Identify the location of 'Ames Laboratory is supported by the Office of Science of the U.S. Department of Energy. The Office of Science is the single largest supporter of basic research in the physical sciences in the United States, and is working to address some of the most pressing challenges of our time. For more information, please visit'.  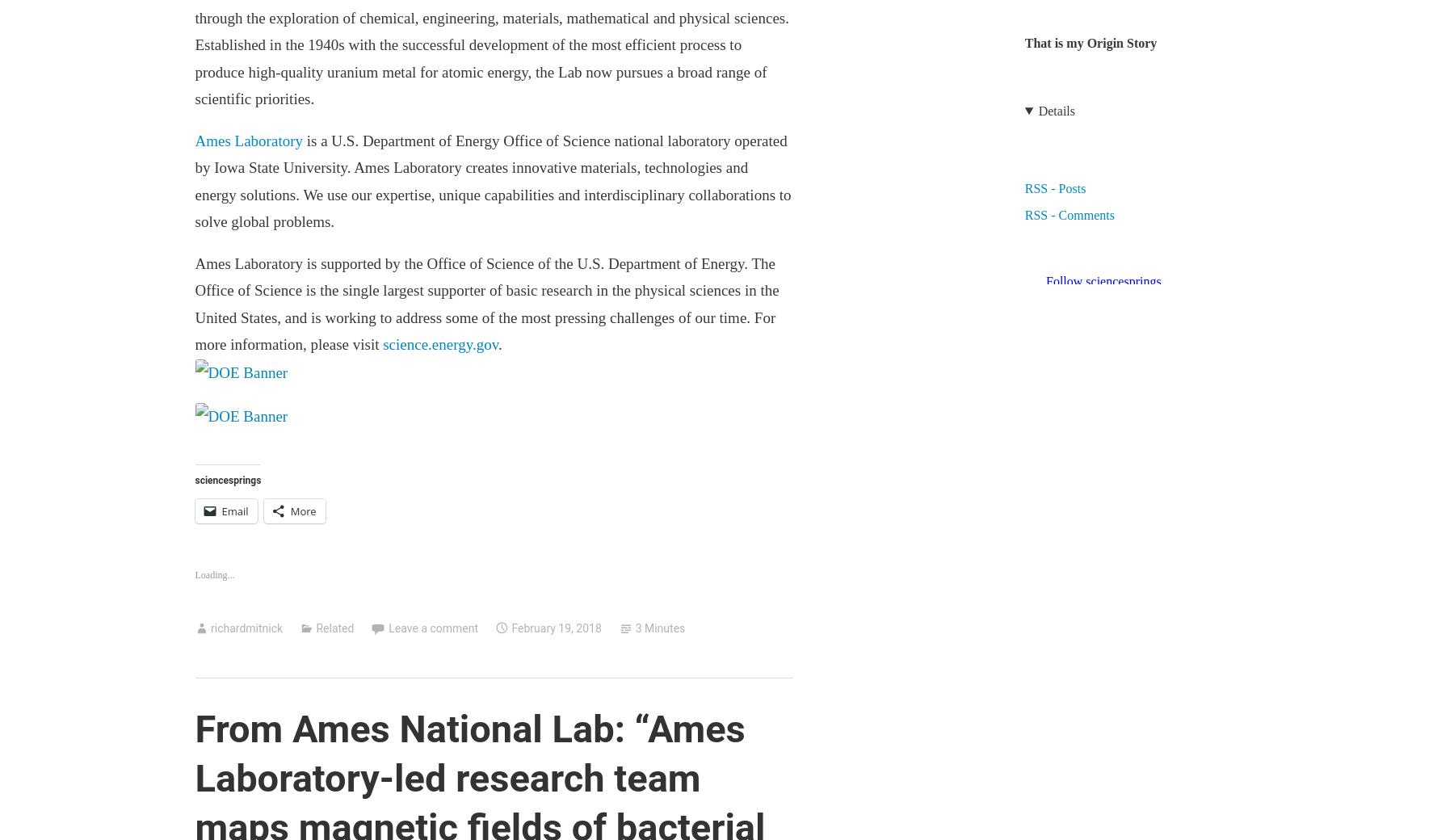
(194, 302).